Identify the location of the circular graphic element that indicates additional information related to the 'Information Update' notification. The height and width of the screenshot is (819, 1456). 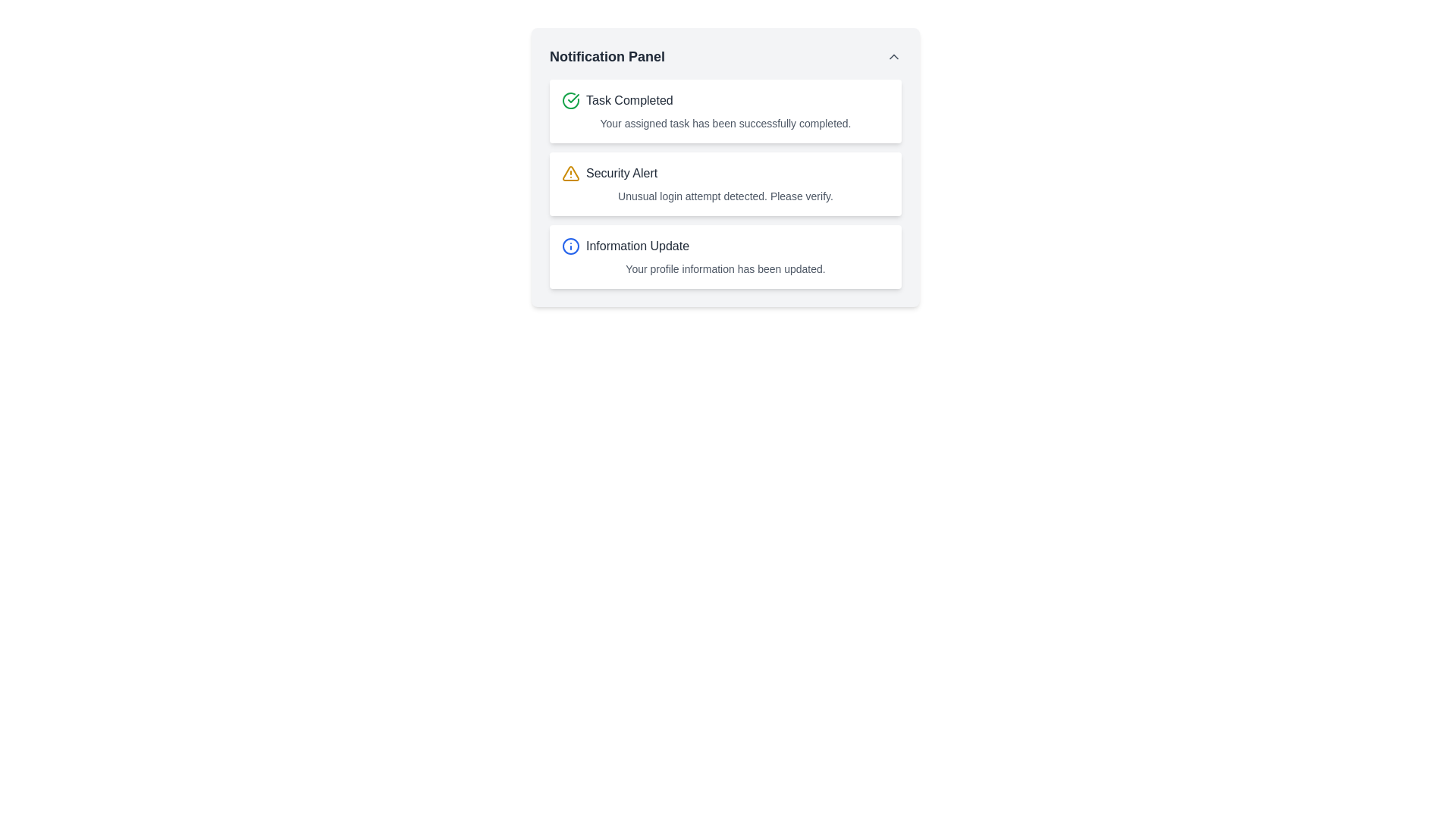
(570, 245).